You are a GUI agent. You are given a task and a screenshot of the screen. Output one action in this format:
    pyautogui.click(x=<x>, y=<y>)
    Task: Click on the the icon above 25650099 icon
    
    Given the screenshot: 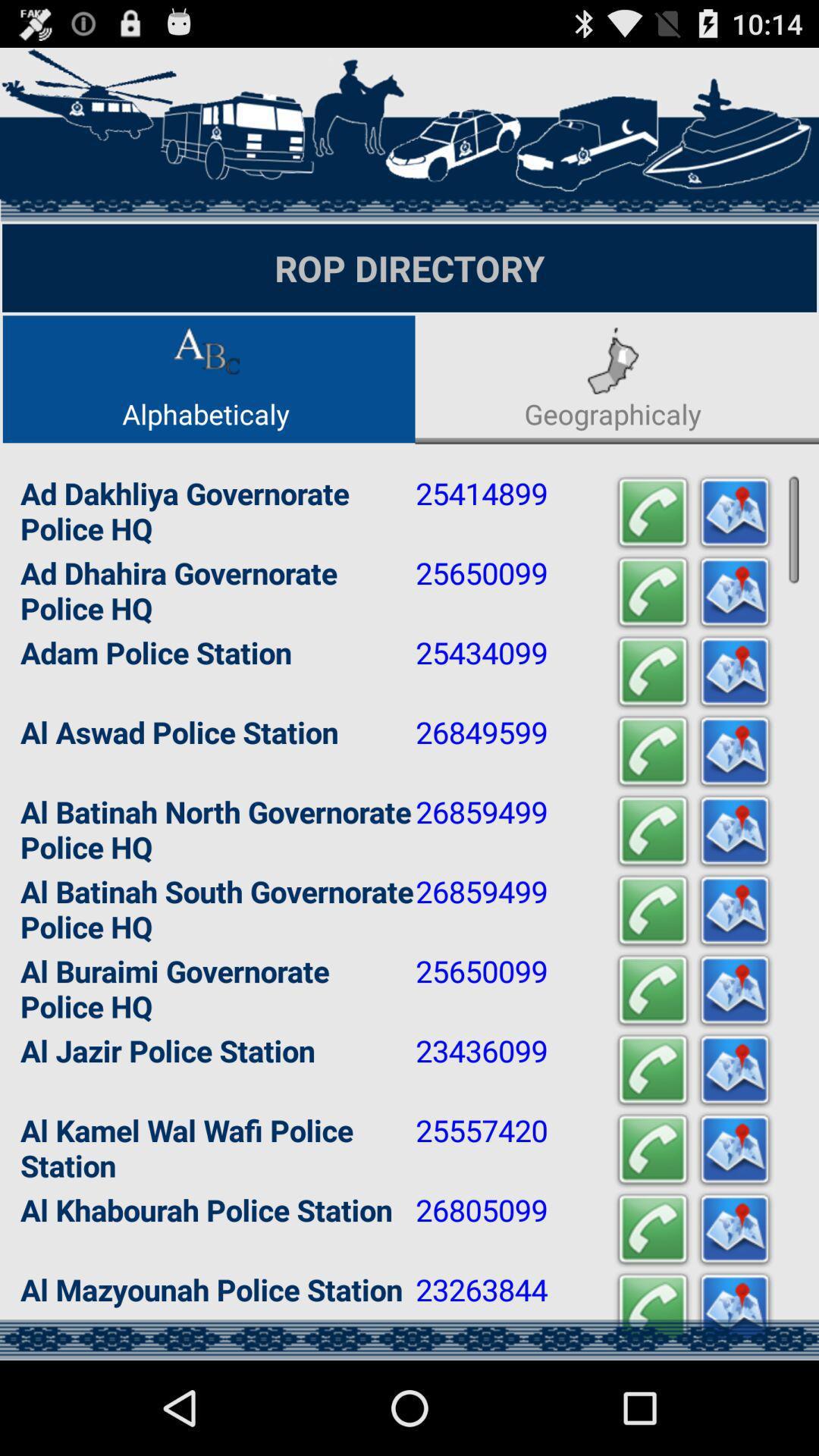 What is the action you would take?
    pyautogui.click(x=651, y=910)
    